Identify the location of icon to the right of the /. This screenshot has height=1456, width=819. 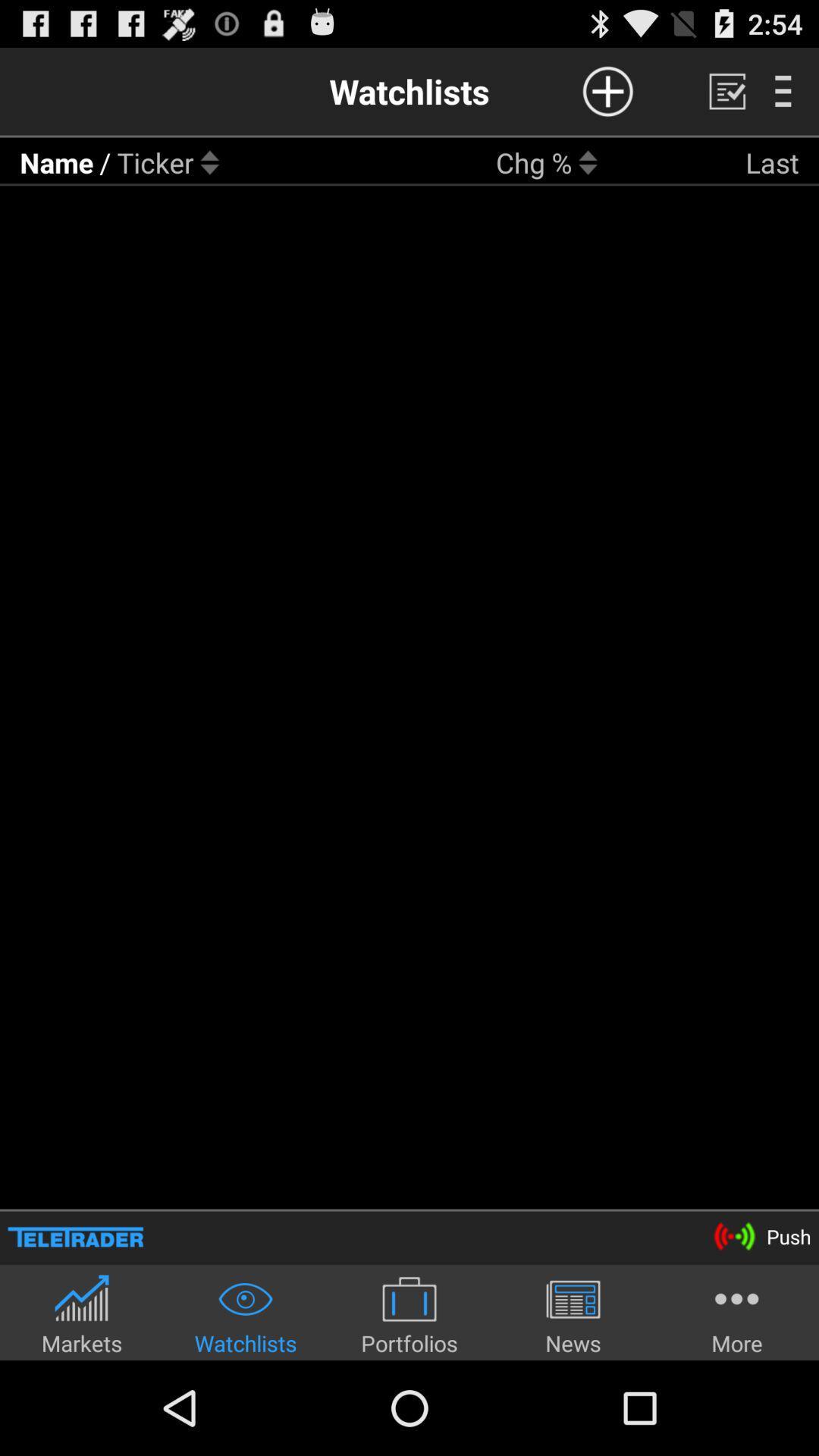
(155, 162).